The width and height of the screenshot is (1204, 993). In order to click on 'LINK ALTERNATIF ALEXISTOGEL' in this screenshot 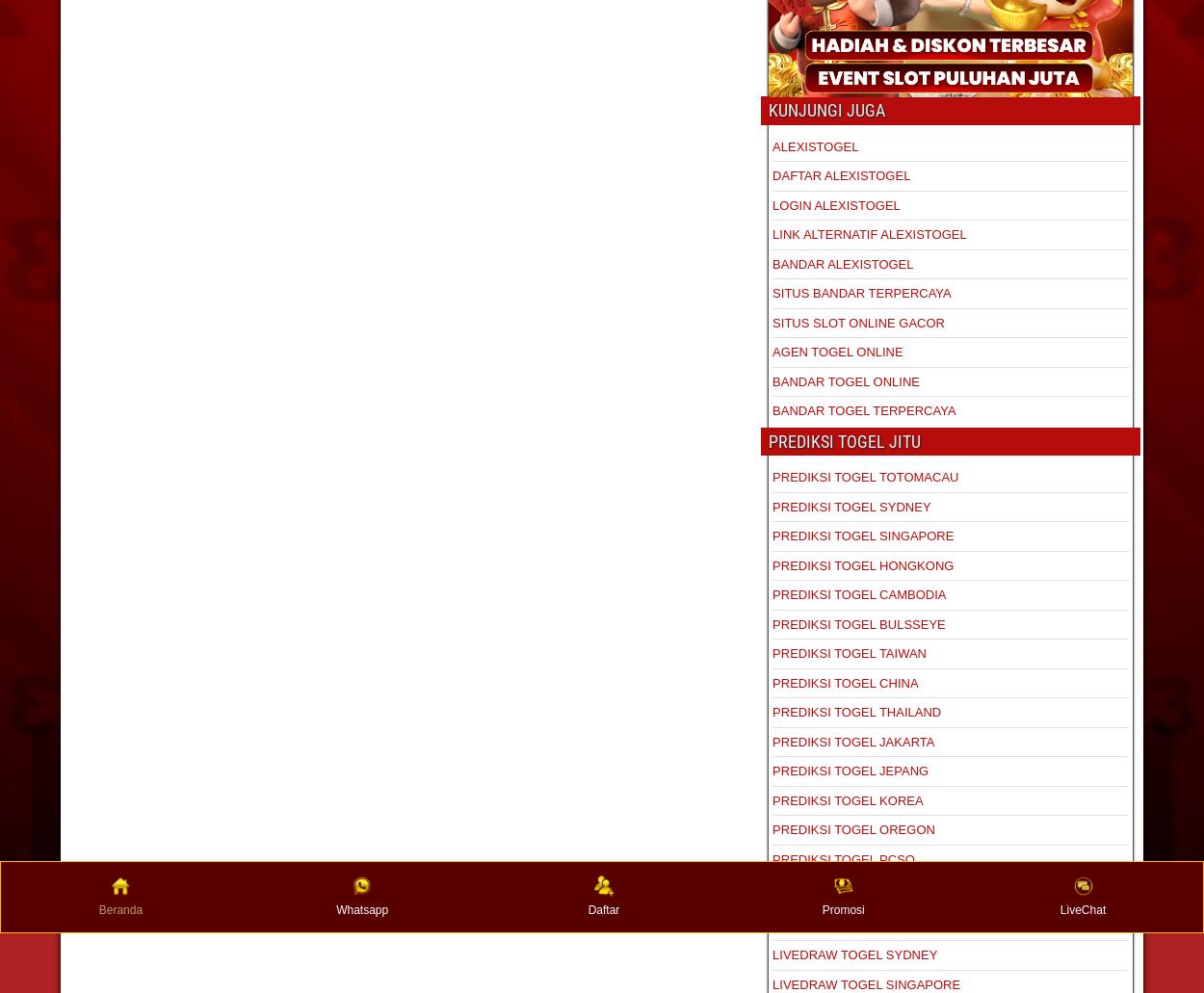, I will do `click(869, 234)`.